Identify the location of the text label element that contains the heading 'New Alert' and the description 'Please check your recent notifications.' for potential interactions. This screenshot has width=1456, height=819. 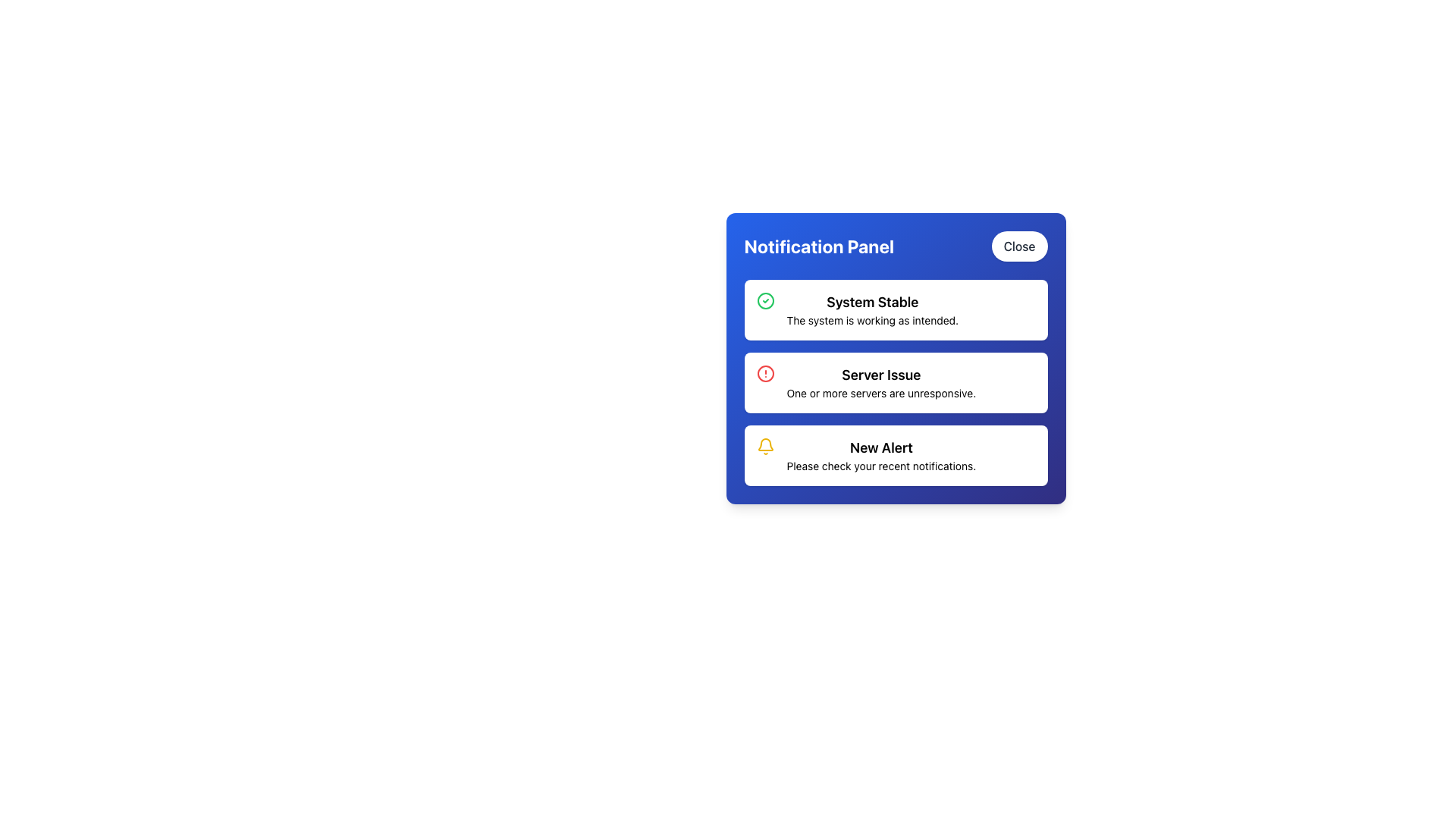
(881, 455).